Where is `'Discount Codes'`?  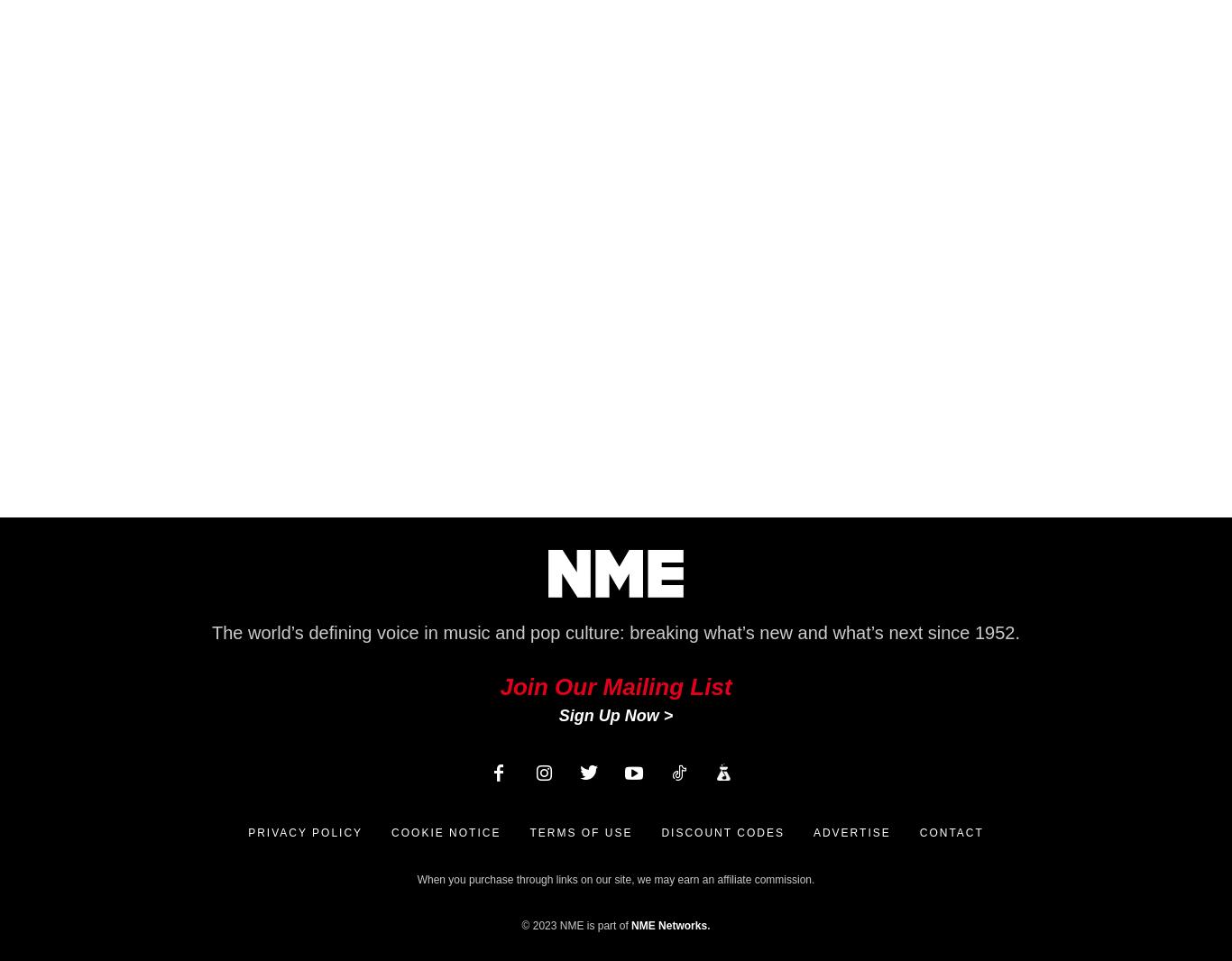 'Discount Codes' is located at coordinates (722, 833).